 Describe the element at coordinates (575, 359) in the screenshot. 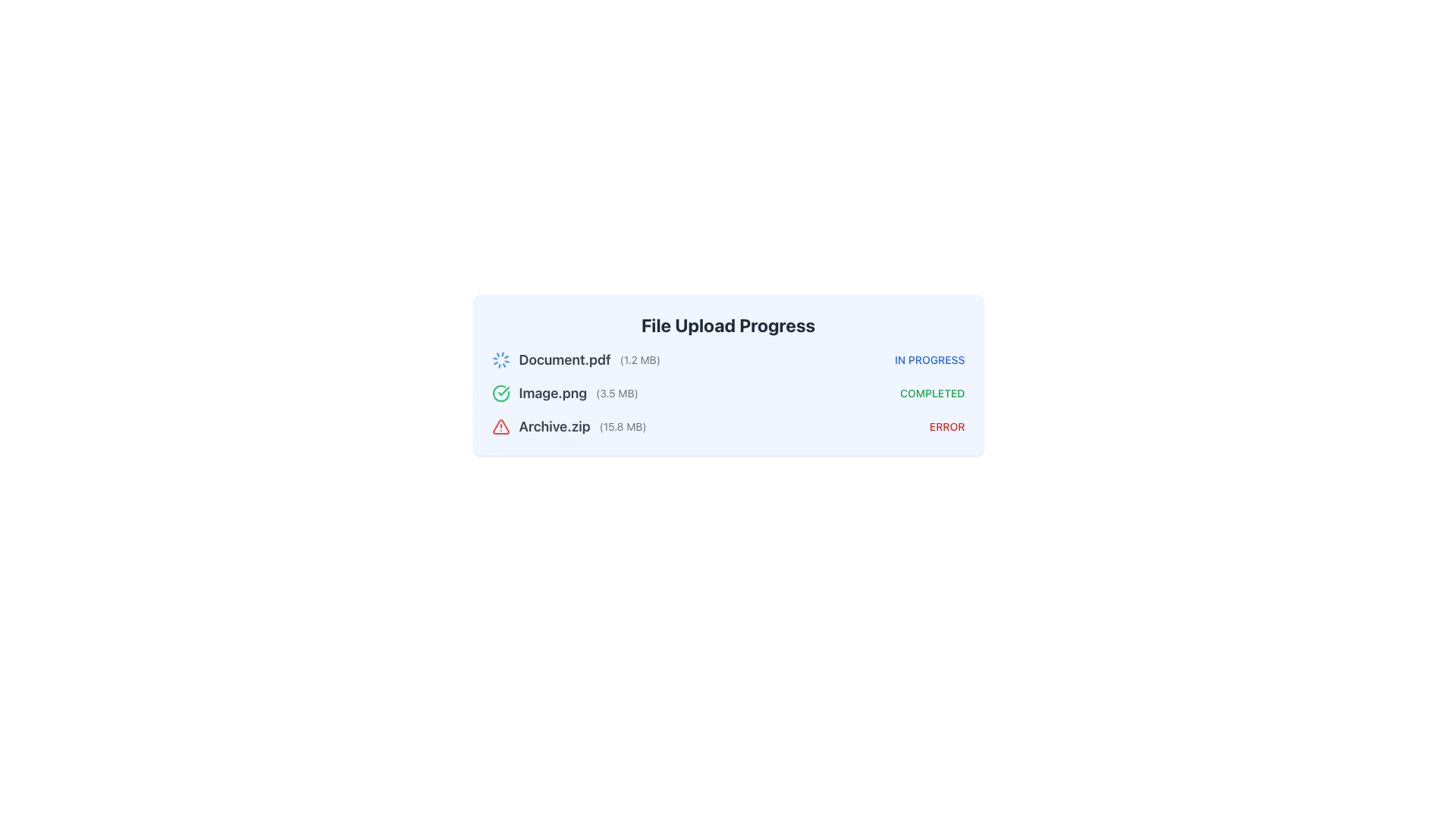

I see `text of the file information display entry for 'Document.pdf' which includes its name and size ('1.2 MB')` at that location.